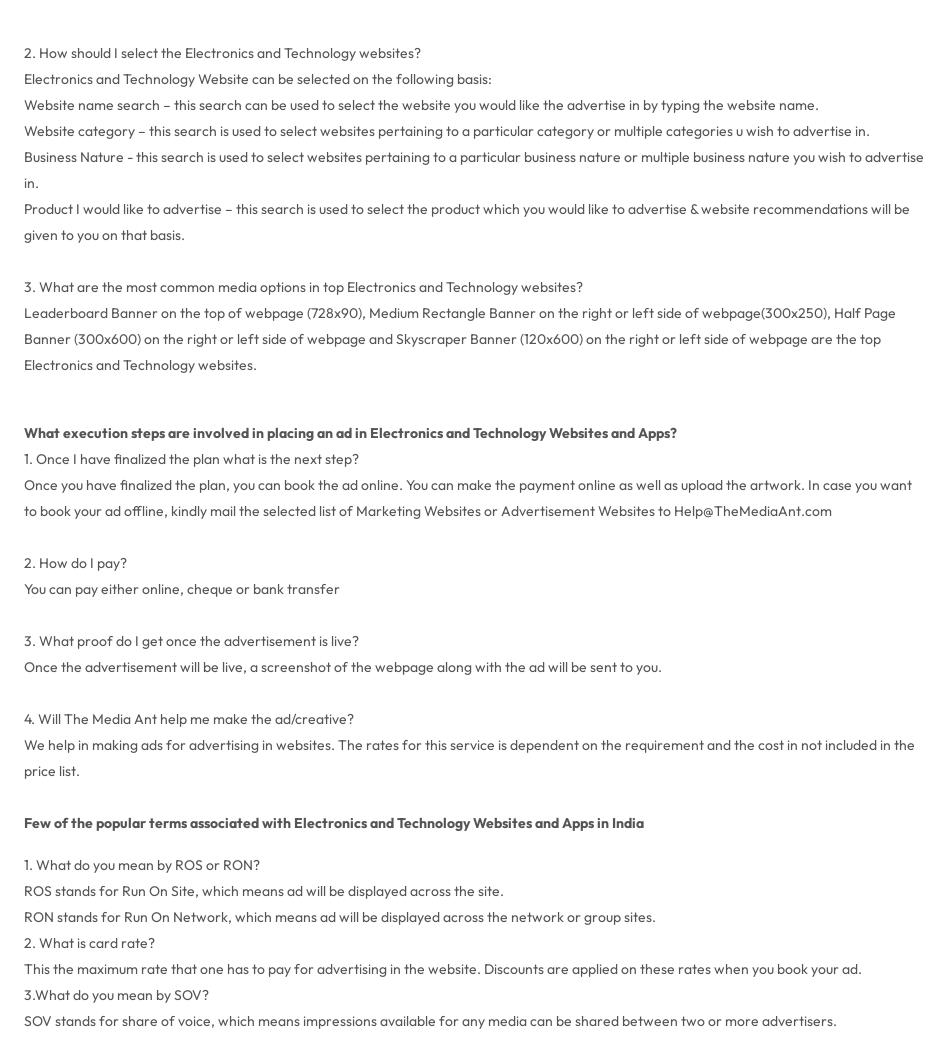  What do you see at coordinates (255, 76) in the screenshot?
I see `'Electronics and Technology Website can be selected on the following basis:'` at bounding box center [255, 76].